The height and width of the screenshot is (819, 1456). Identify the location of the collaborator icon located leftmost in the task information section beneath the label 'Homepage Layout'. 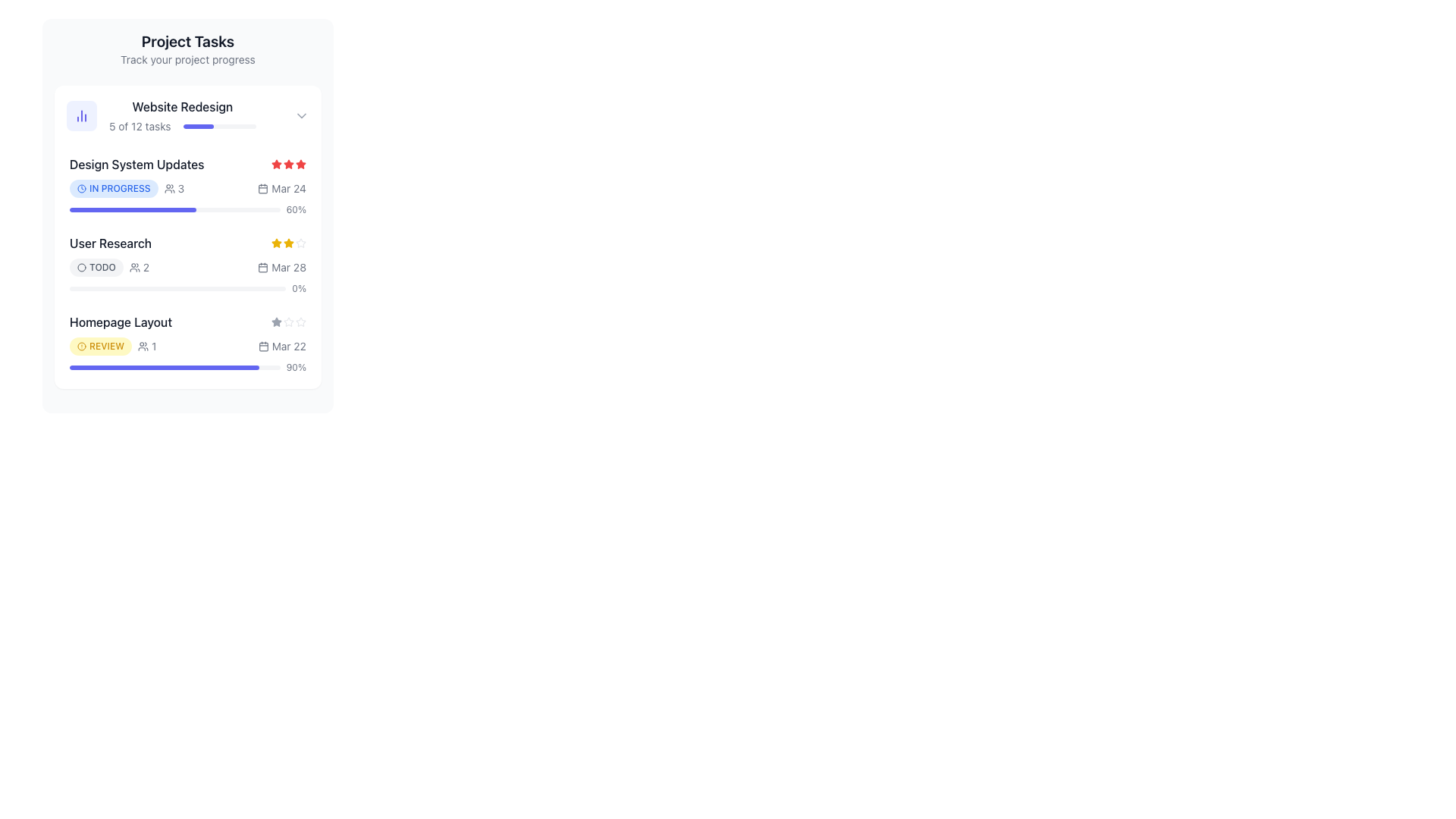
(143, 346).